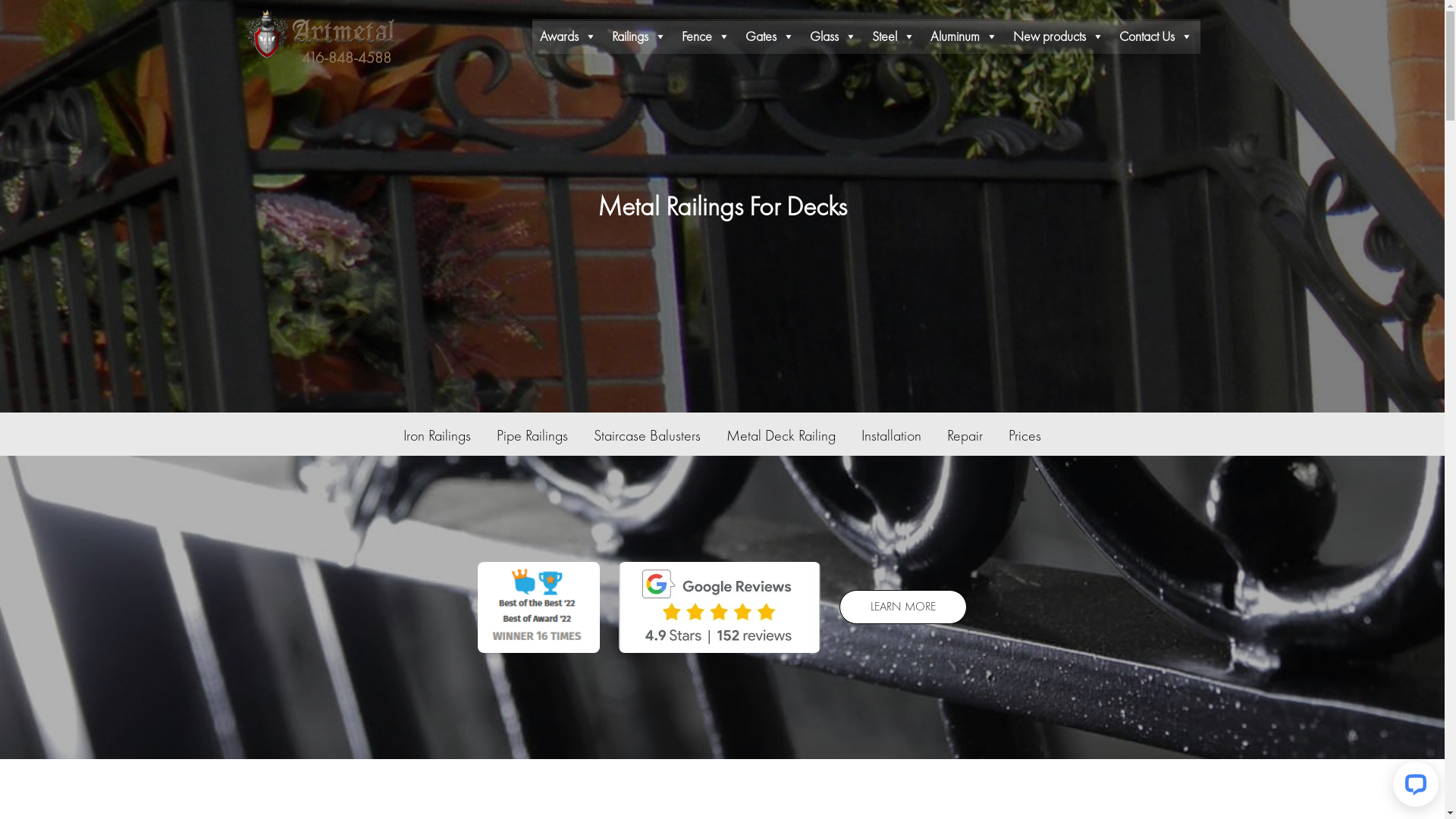 This screenshot has height=819, width=1456. Describe the element at coordinates (647, 435) in the screenshot. I see `'Staircase Balusters'` at that location.